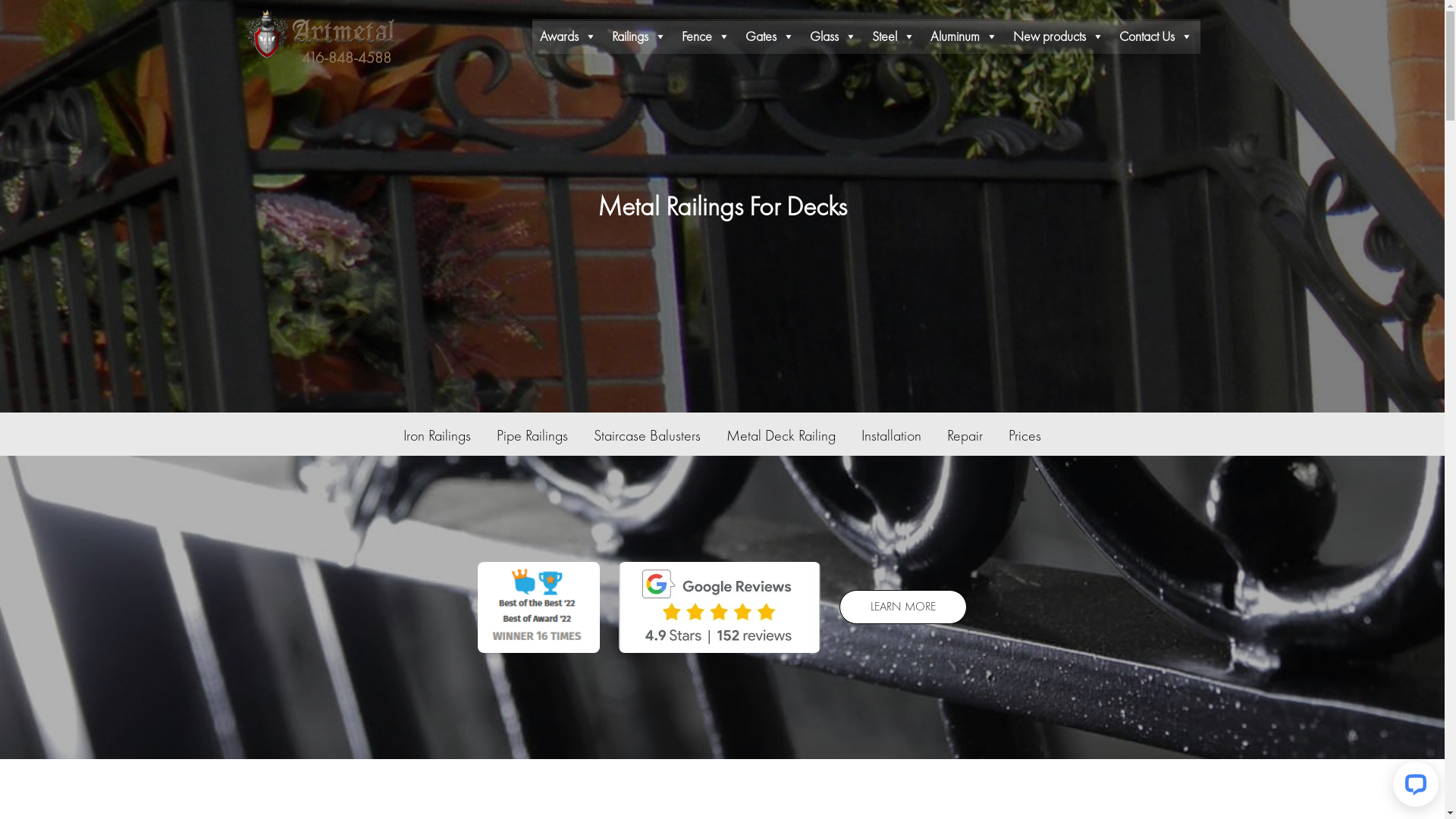 This screenshot has height=819, width=1456. Describe the element at coordinates (647, 435) in the screenshot. I see `'Staircase Balusters'` at that location.